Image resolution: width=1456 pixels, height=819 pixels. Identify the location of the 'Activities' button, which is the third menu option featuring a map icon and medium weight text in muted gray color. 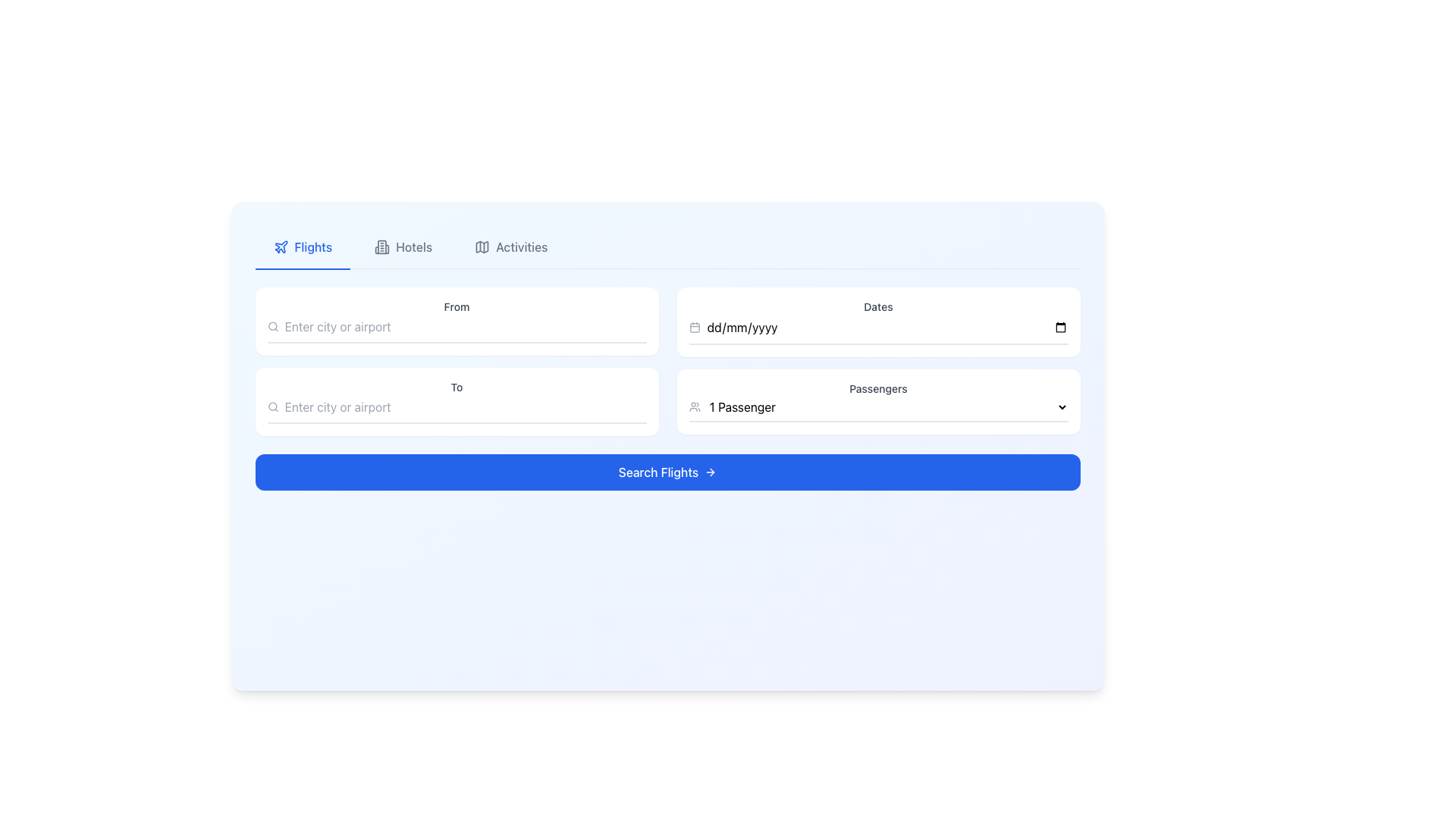
(511, 246).